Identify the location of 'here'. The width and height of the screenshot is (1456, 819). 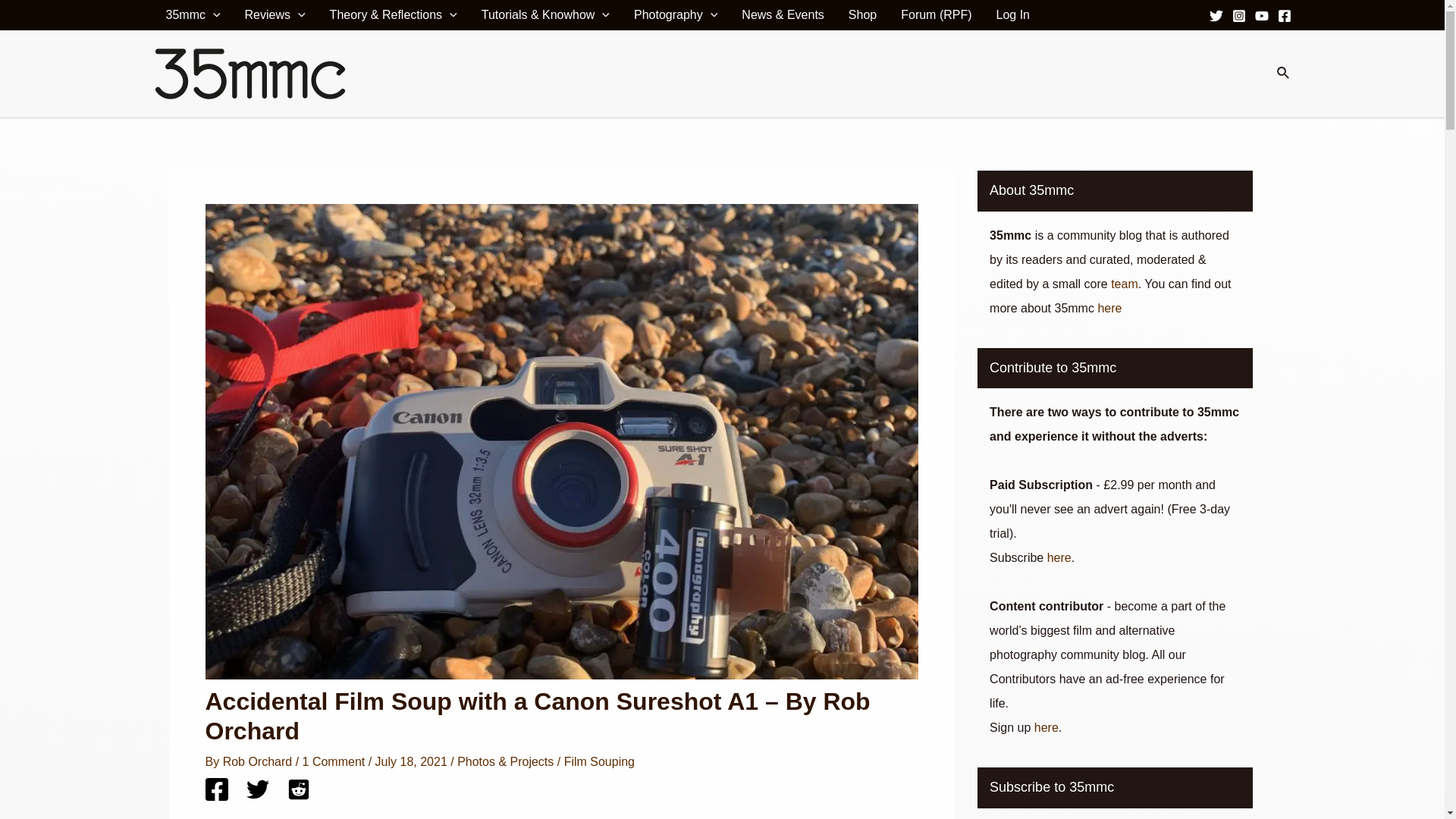
(1109, 307).